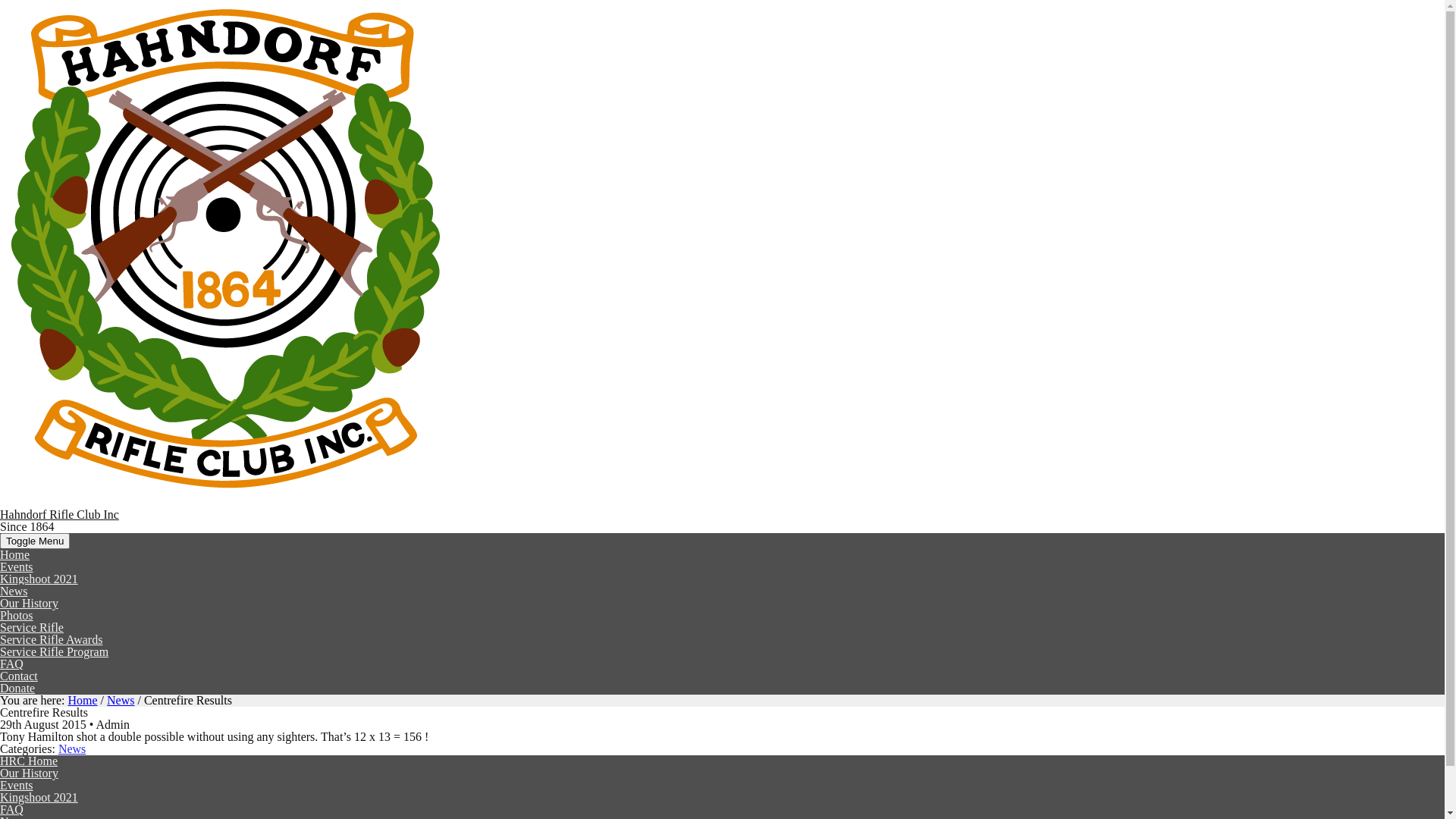  I want to click on 'Kingshoot 2021', so click(39, 796).